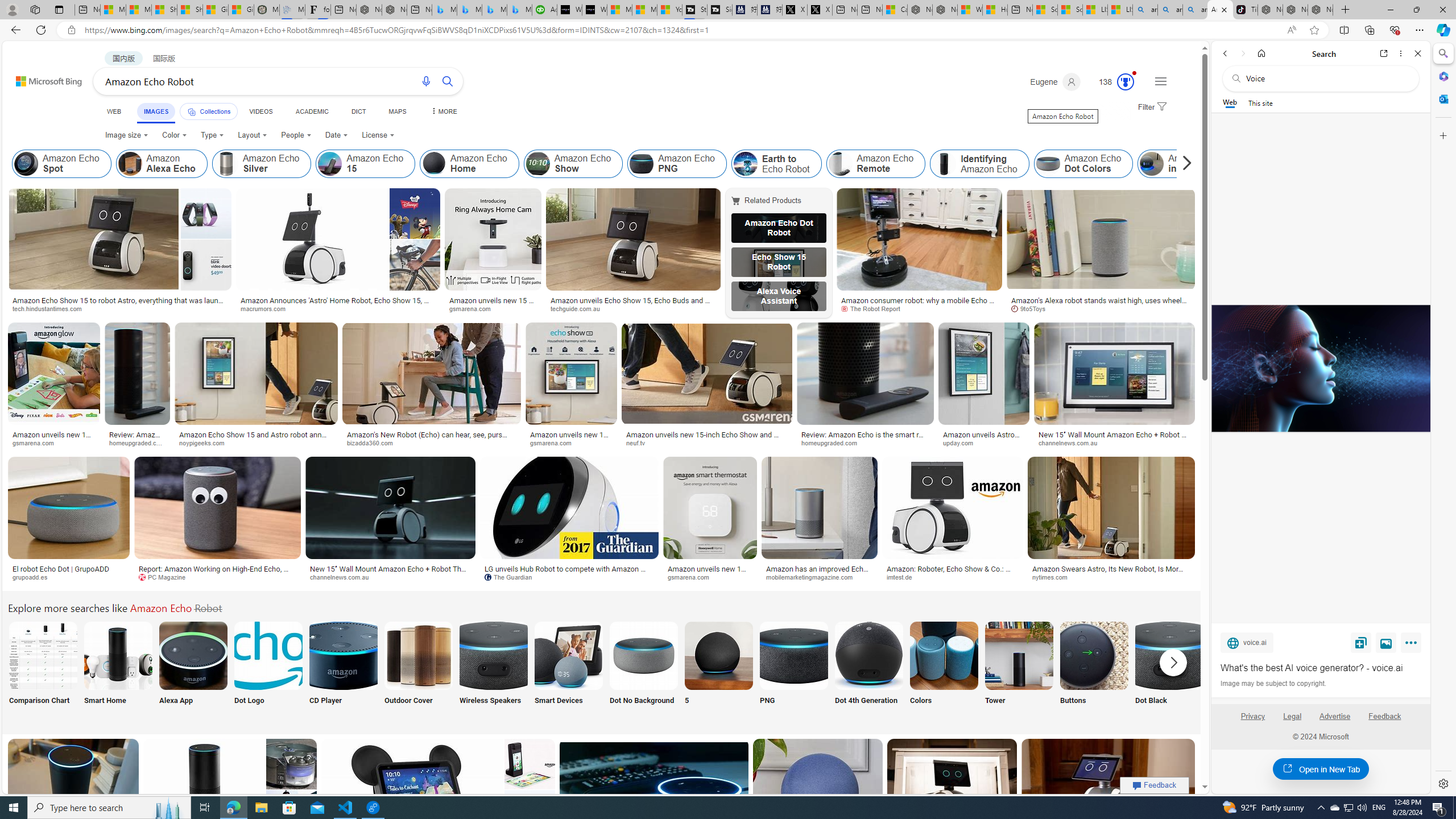 This screenshot has height=819, width=1456. What do you see at coordinates (431, 442) in the screenshot?
I see `'bizadda360.com'` at bounding box center [431, 442].